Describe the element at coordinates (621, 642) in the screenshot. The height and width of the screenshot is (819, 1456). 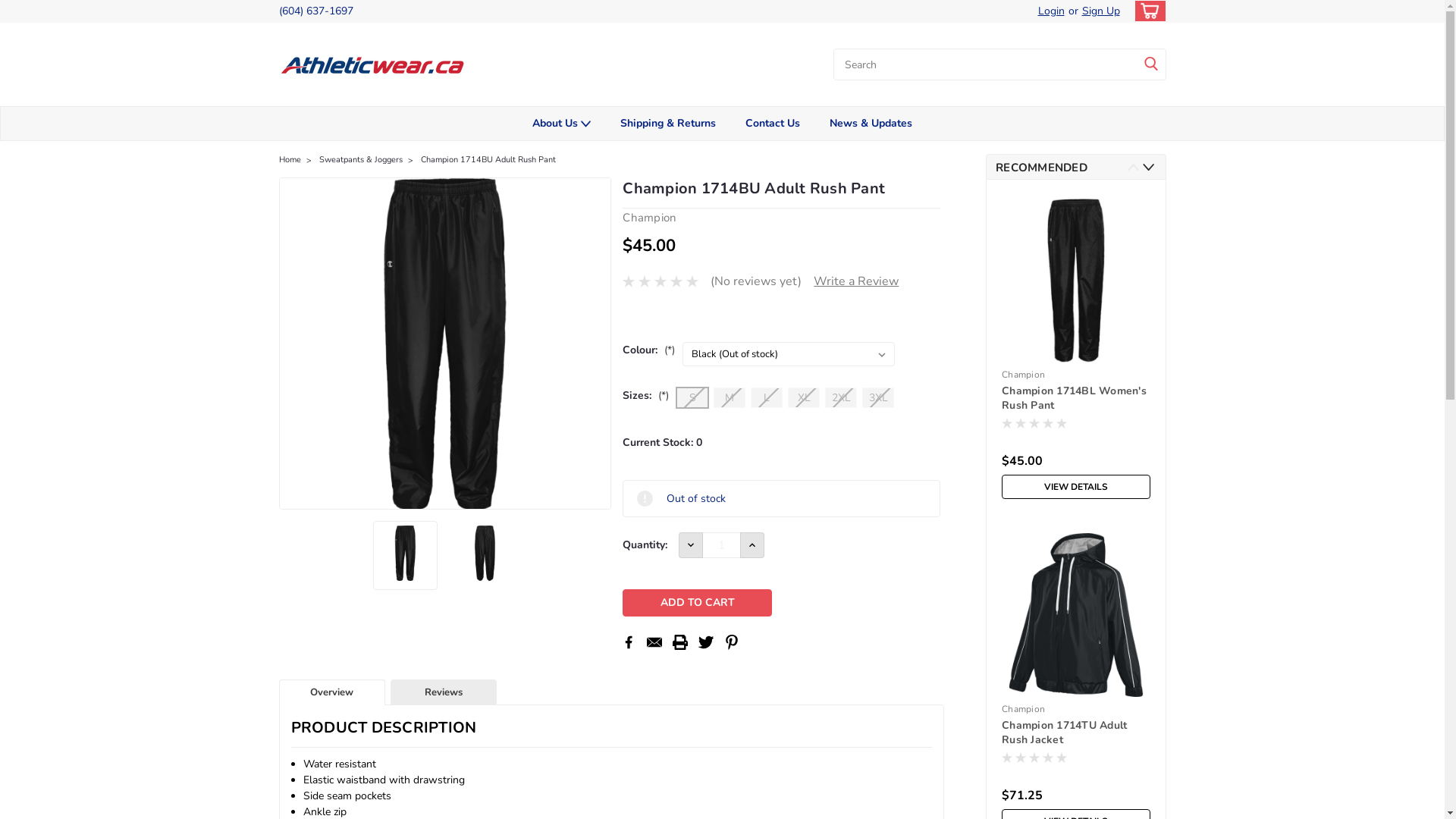
I see `'Facebook'` at that location.